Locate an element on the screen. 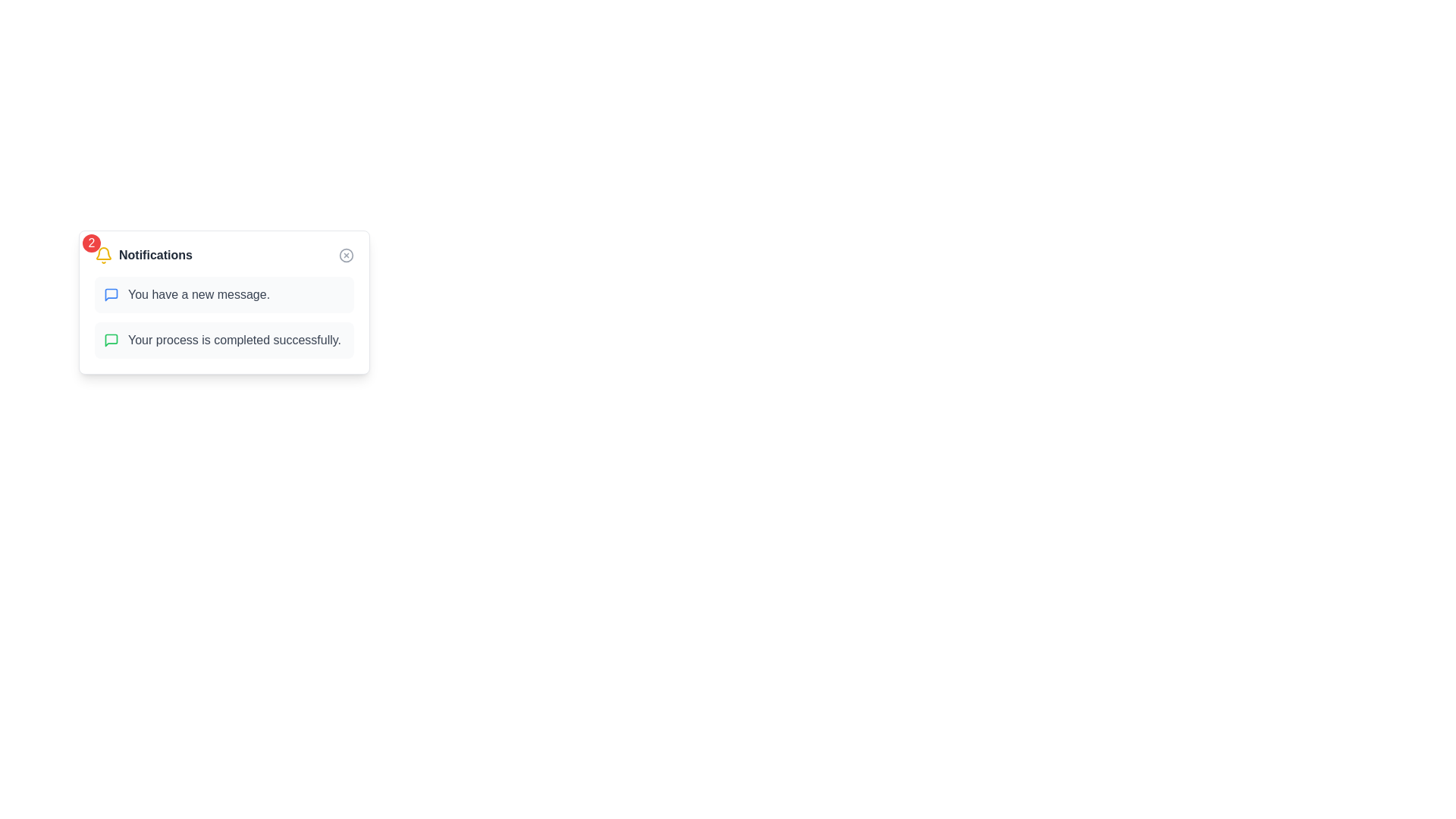 The image size is (1456, 819). the completed process notification icon located in the lower section of the notification box, positioned to the left of the corresponding text message is located at coordinates (111, 339).